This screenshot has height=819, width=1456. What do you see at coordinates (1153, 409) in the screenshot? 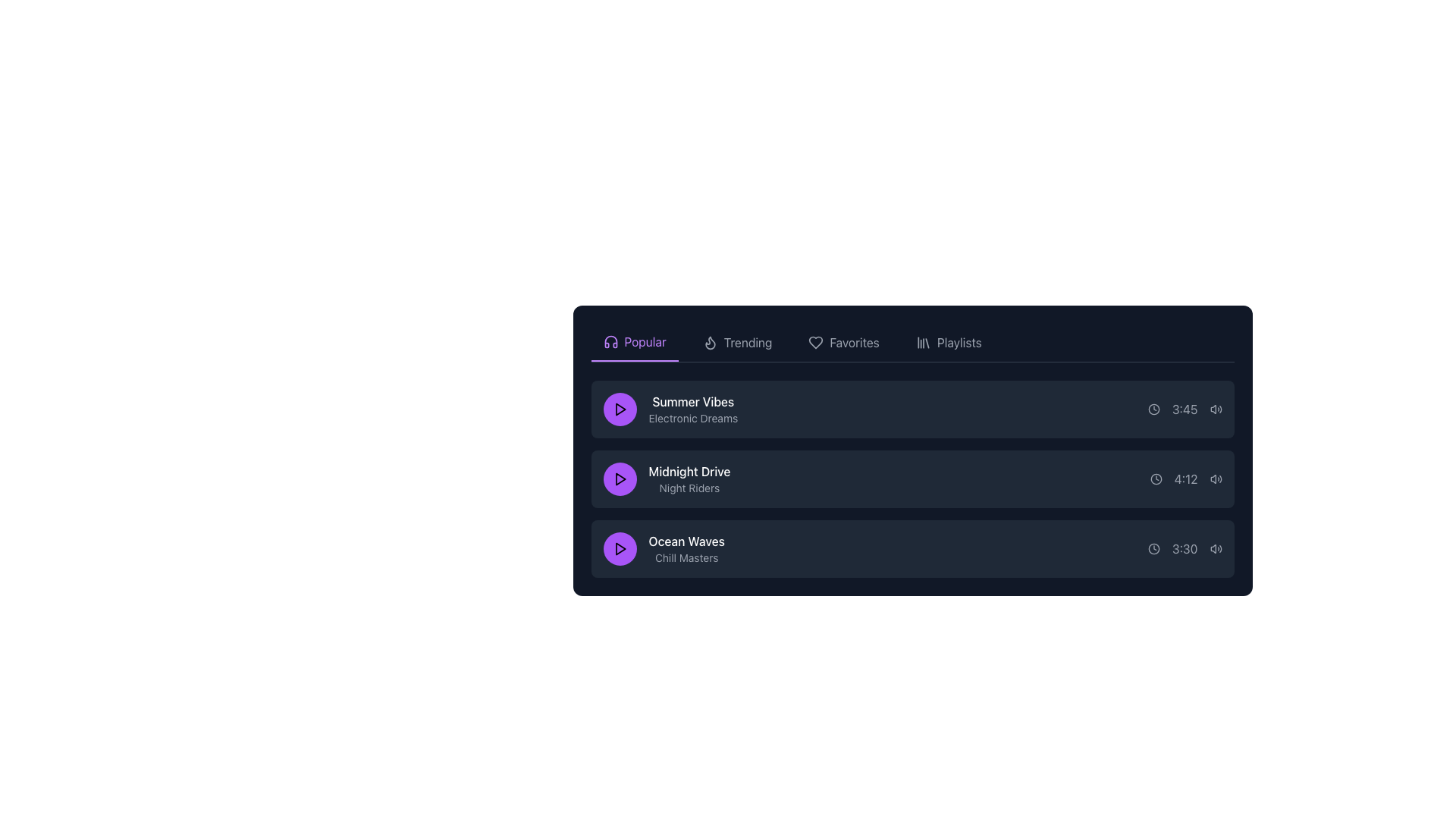
I see `the time display icon located in the first row of the interface, which symbolizes the time associated with the item listed next to it` at bounding box center [1153, 409].